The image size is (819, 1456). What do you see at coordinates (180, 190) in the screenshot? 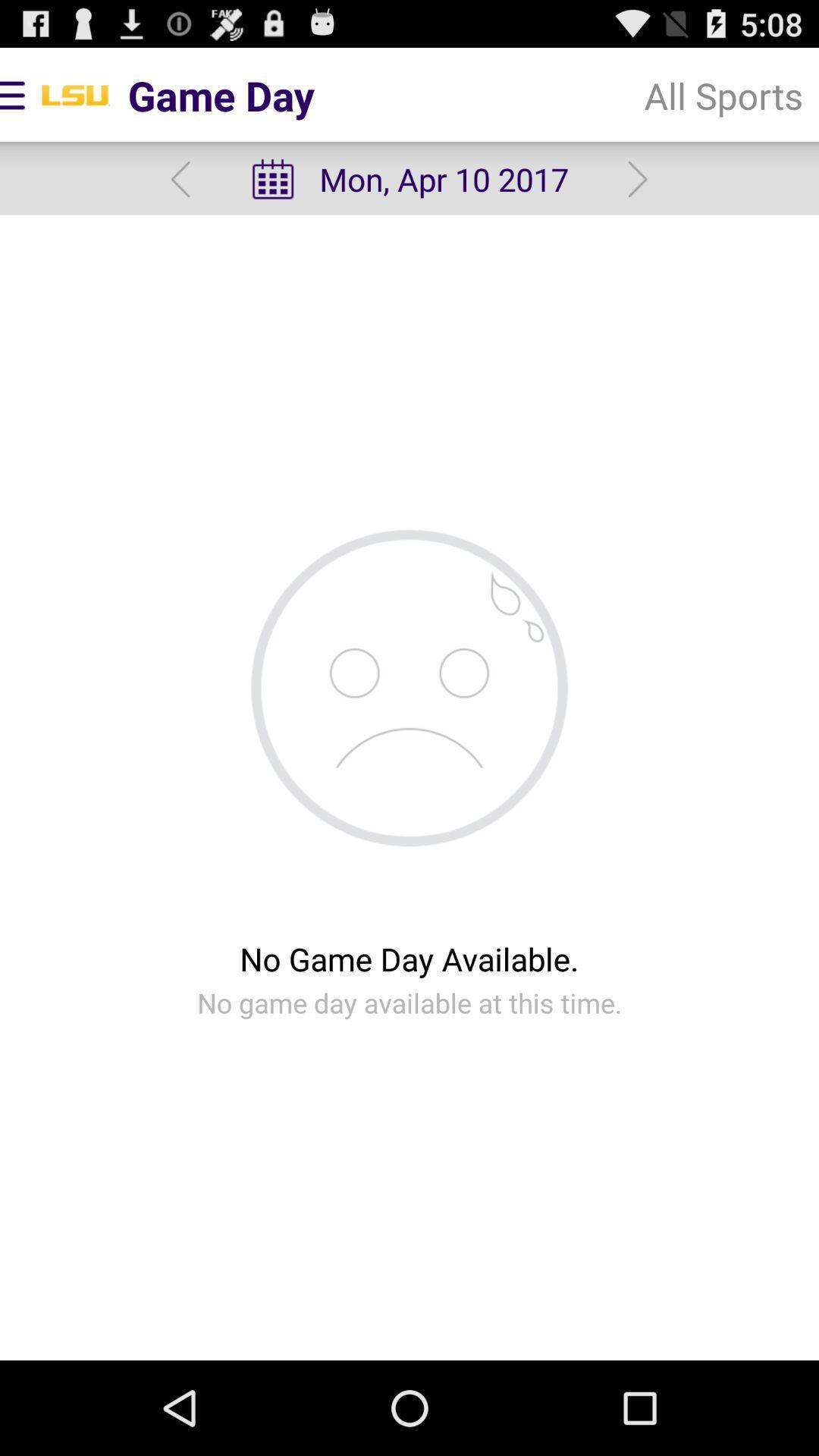
I see `the arrow_backward icon` at bounding box center [180, 190].